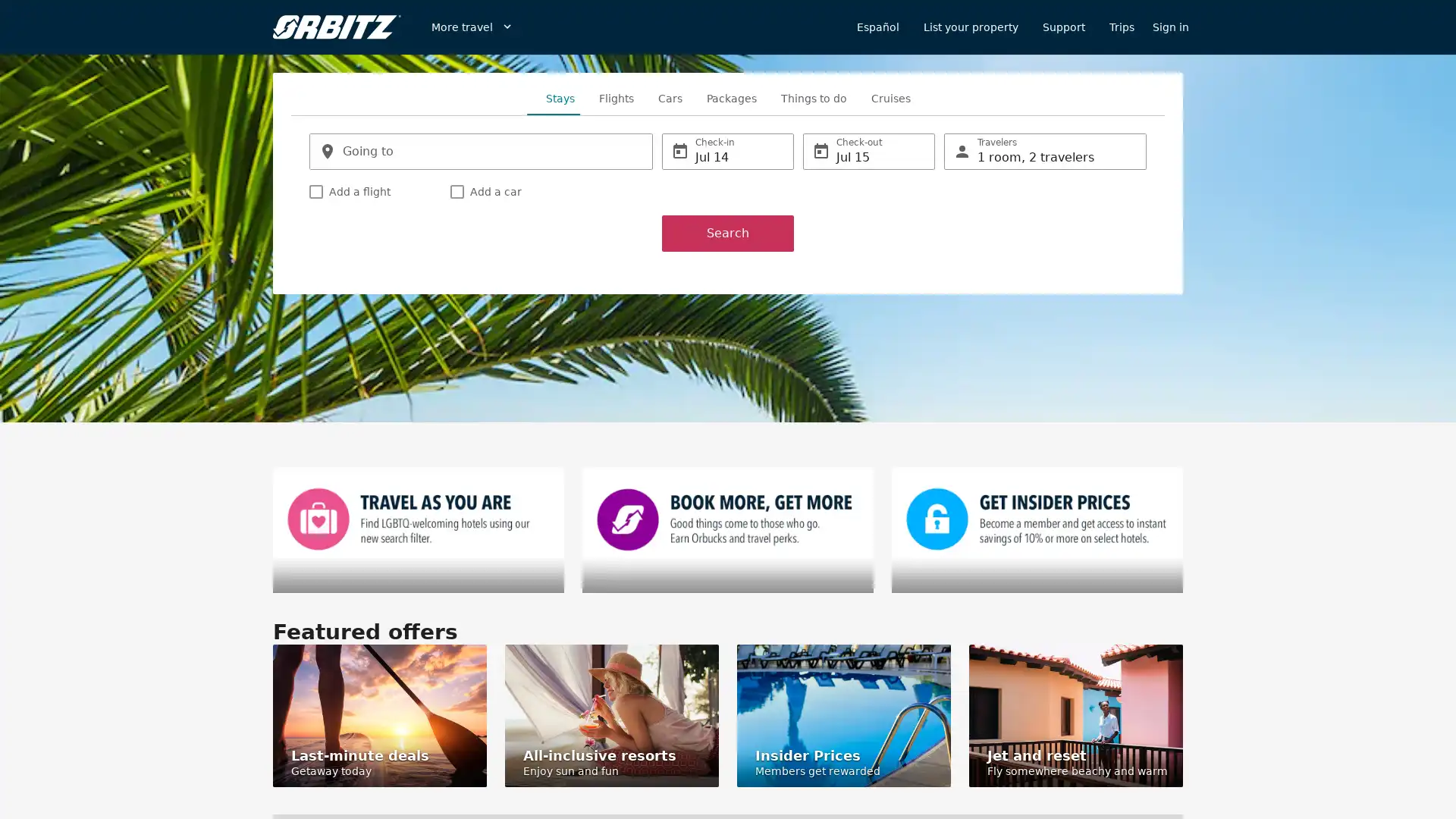  Describe the element at coordinates (728, 152) in the screenshot. I see `Check-in July 14, 2022` at that location.